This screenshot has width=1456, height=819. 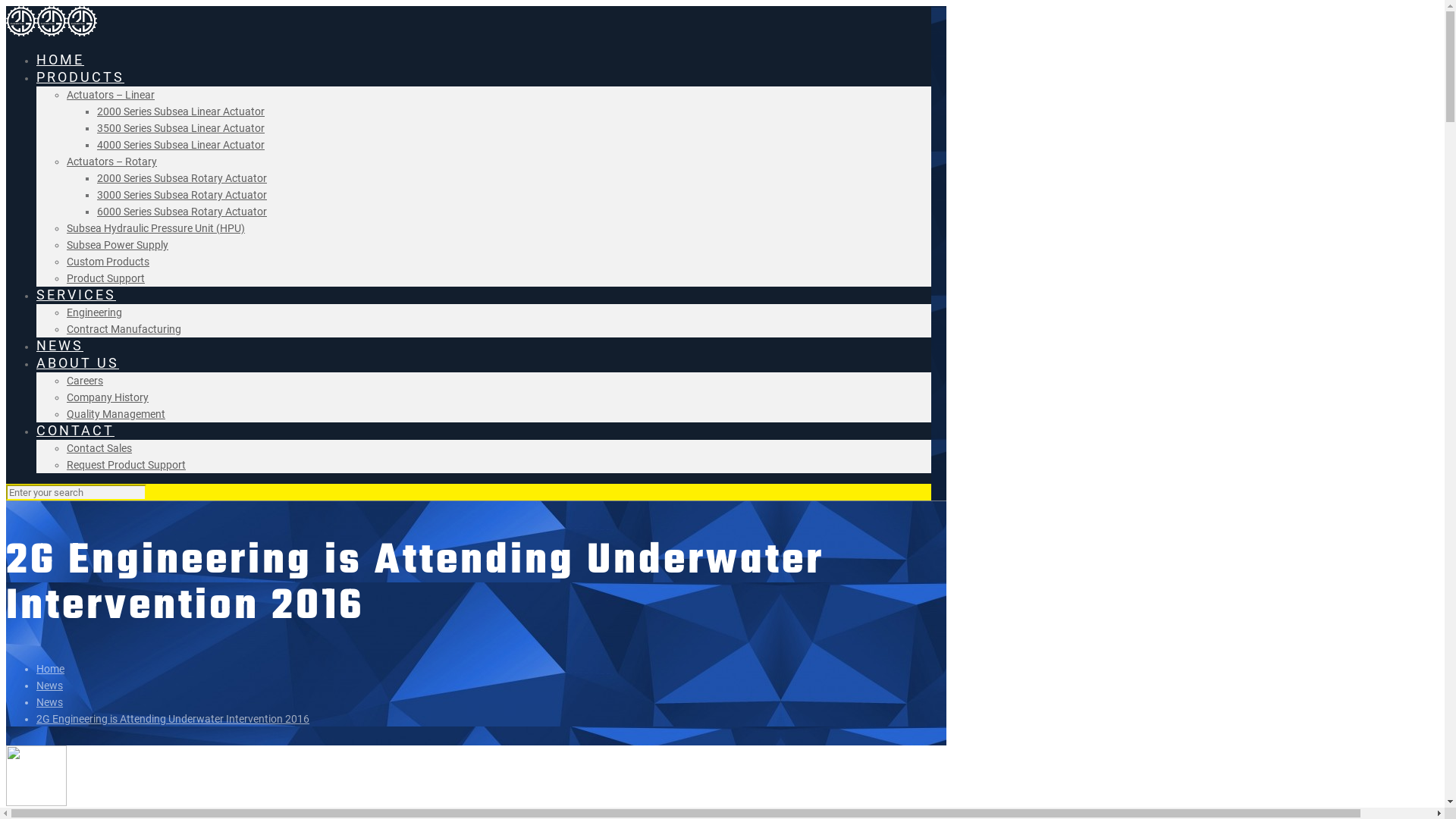 What do you see at coordinates (155, 227) in the screenshot?
I see `'Subsea Hydraulic Pressure Unit (HPU)'` at bounding box center [155, 227].